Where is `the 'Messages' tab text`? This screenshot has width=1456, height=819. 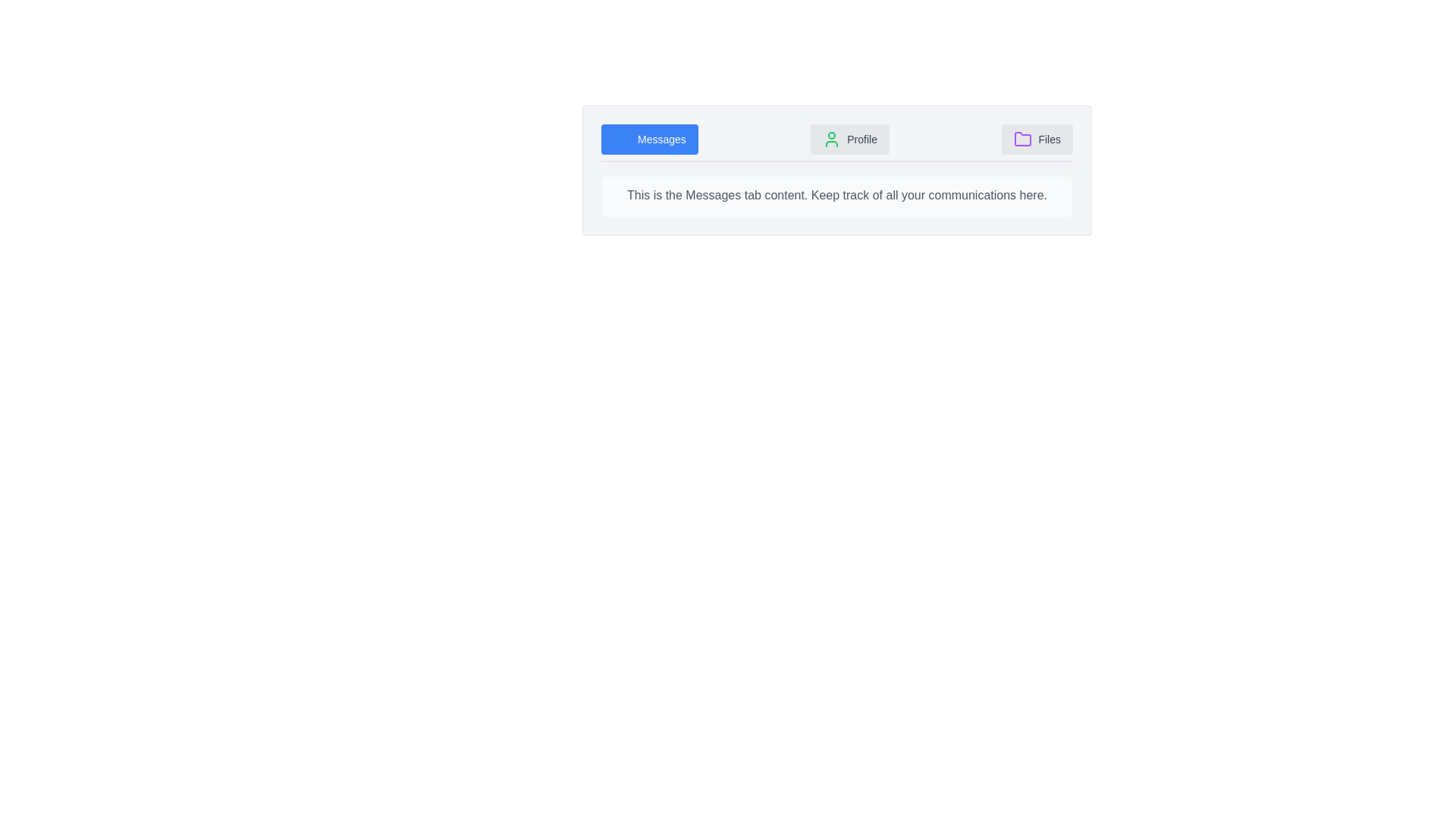 the 'Messages' tab text is located at coordinates (649, 140).